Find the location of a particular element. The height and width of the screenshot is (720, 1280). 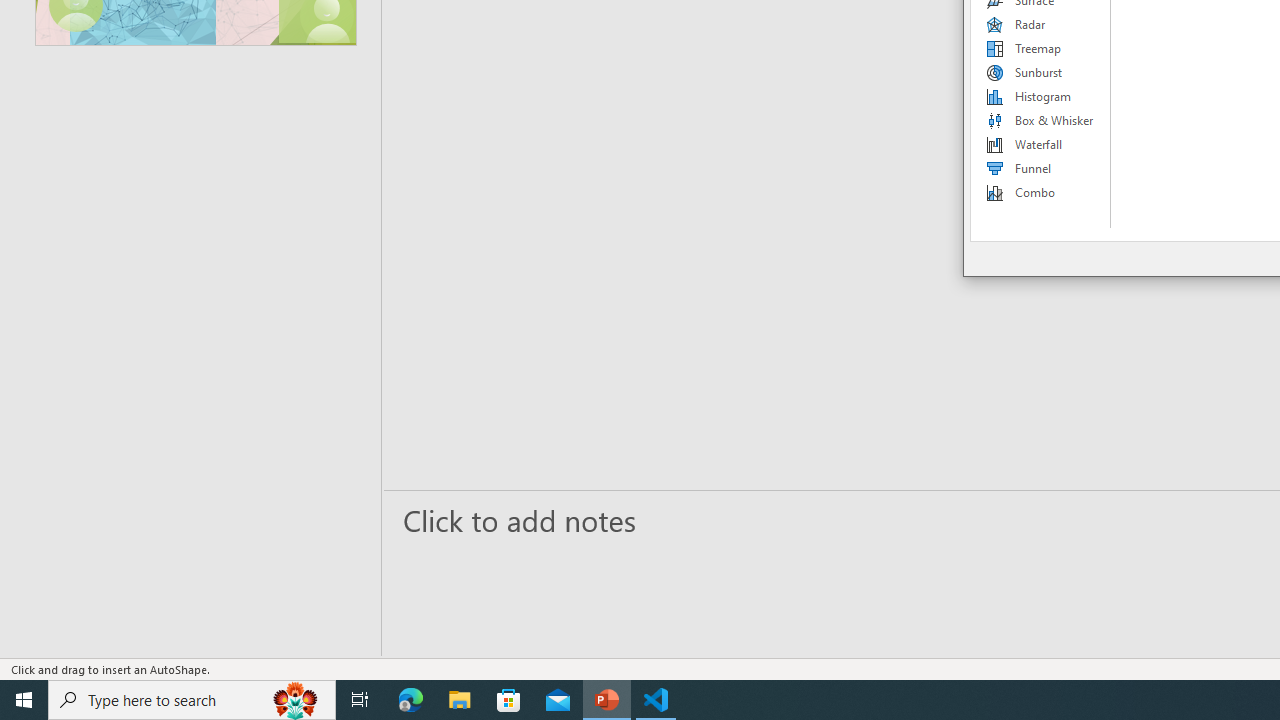

'Radar' is located at coordinates (1040, 24).